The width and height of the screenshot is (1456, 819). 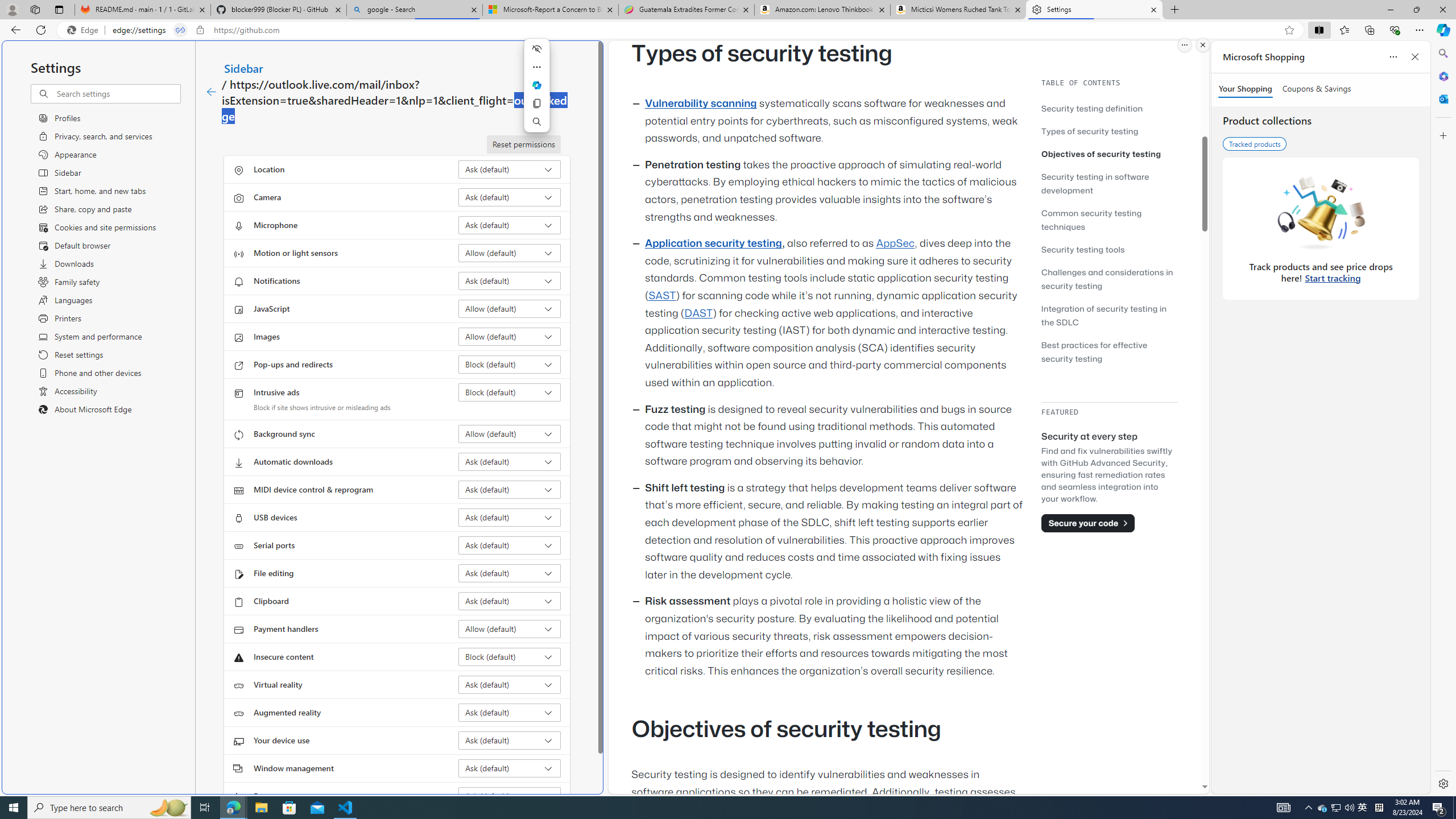 I want to click on 'Background sync Allow (default)', so click(x=510, y=433).